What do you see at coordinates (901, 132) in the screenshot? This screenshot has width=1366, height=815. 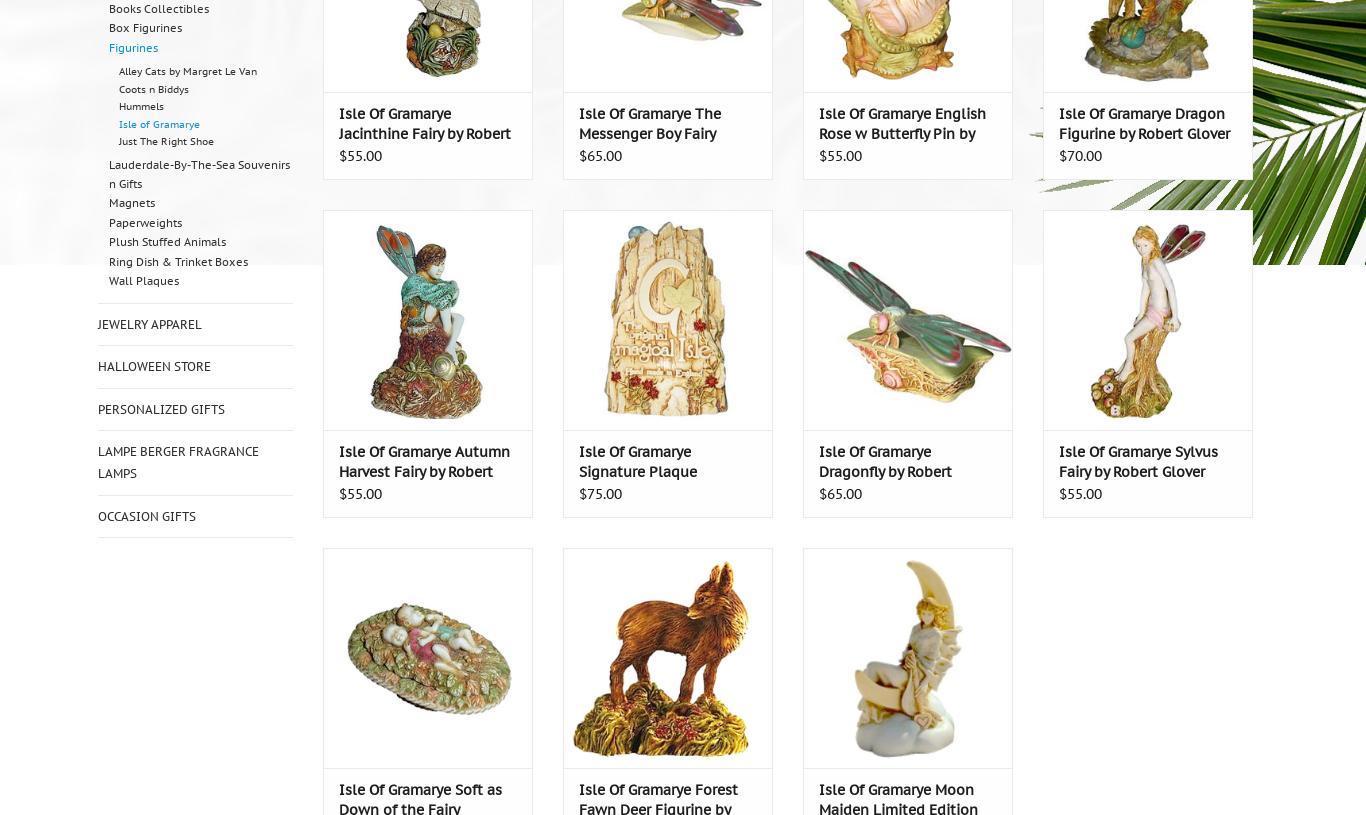 I see `'Isle Of Gramarye English Rose w Butterfly Pin by Robert Glover'` at bounding box center [901, 132].